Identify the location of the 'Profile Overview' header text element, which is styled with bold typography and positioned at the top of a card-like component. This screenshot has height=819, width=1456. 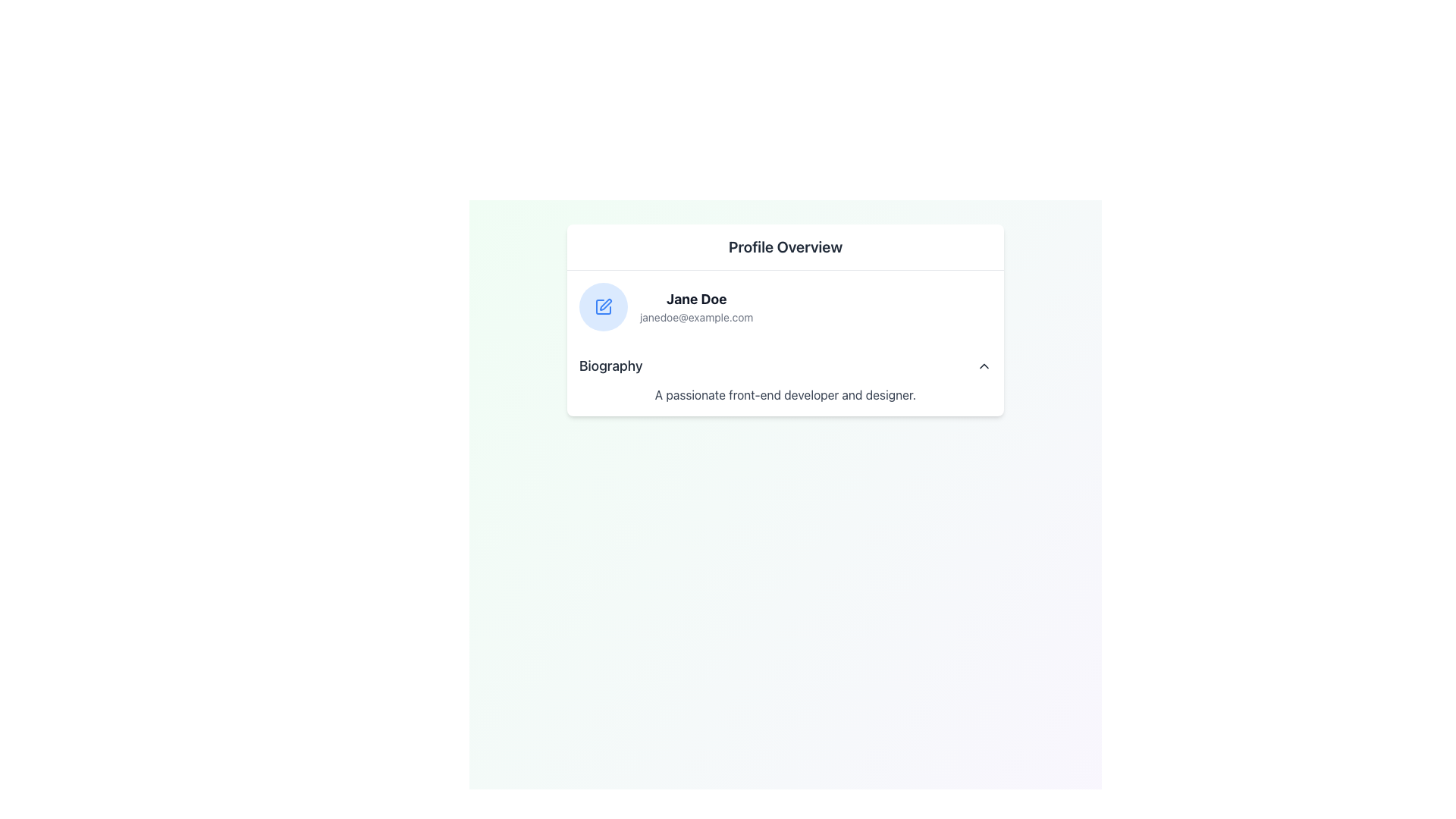
(786, 246).